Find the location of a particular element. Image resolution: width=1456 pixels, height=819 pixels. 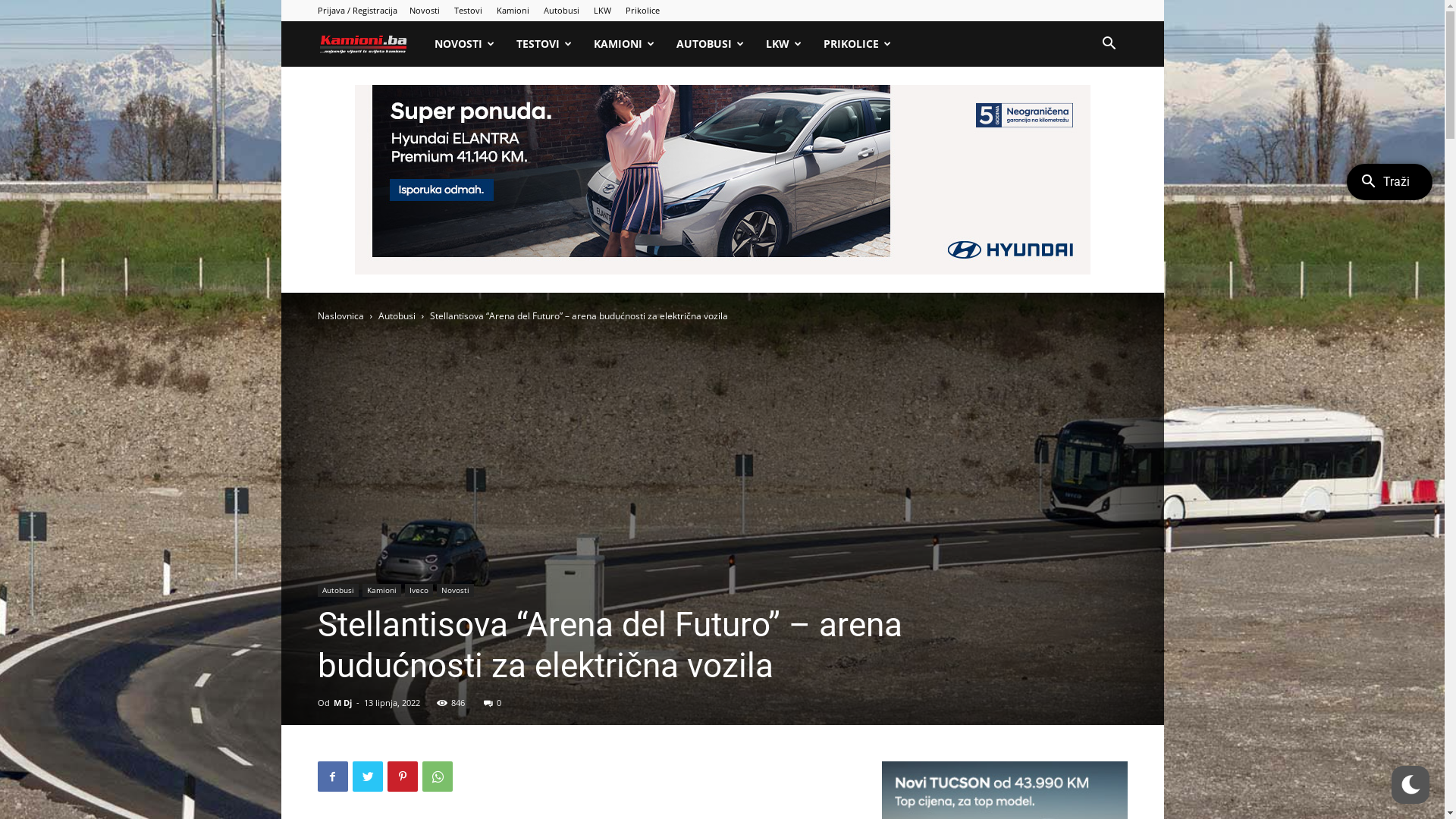

'NOVOSTI' is located at coordinates (464, 42).